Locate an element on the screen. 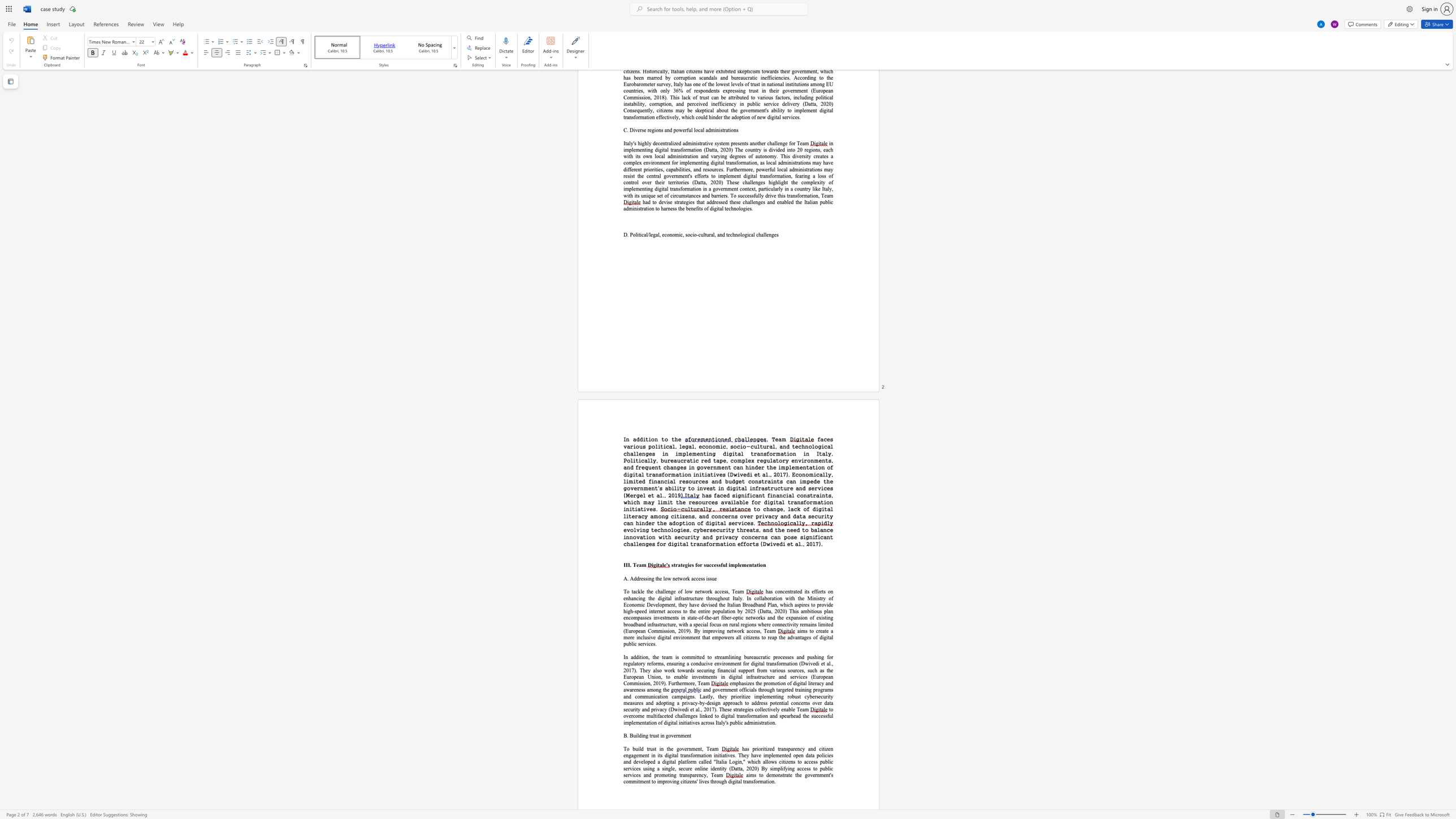 This screenshot has width=1456, height=819. the subset text "romotion of digital lit" within the text "emphasizes the promotion of digital literacy and awareness among the" is located at coordinates (765, 683).